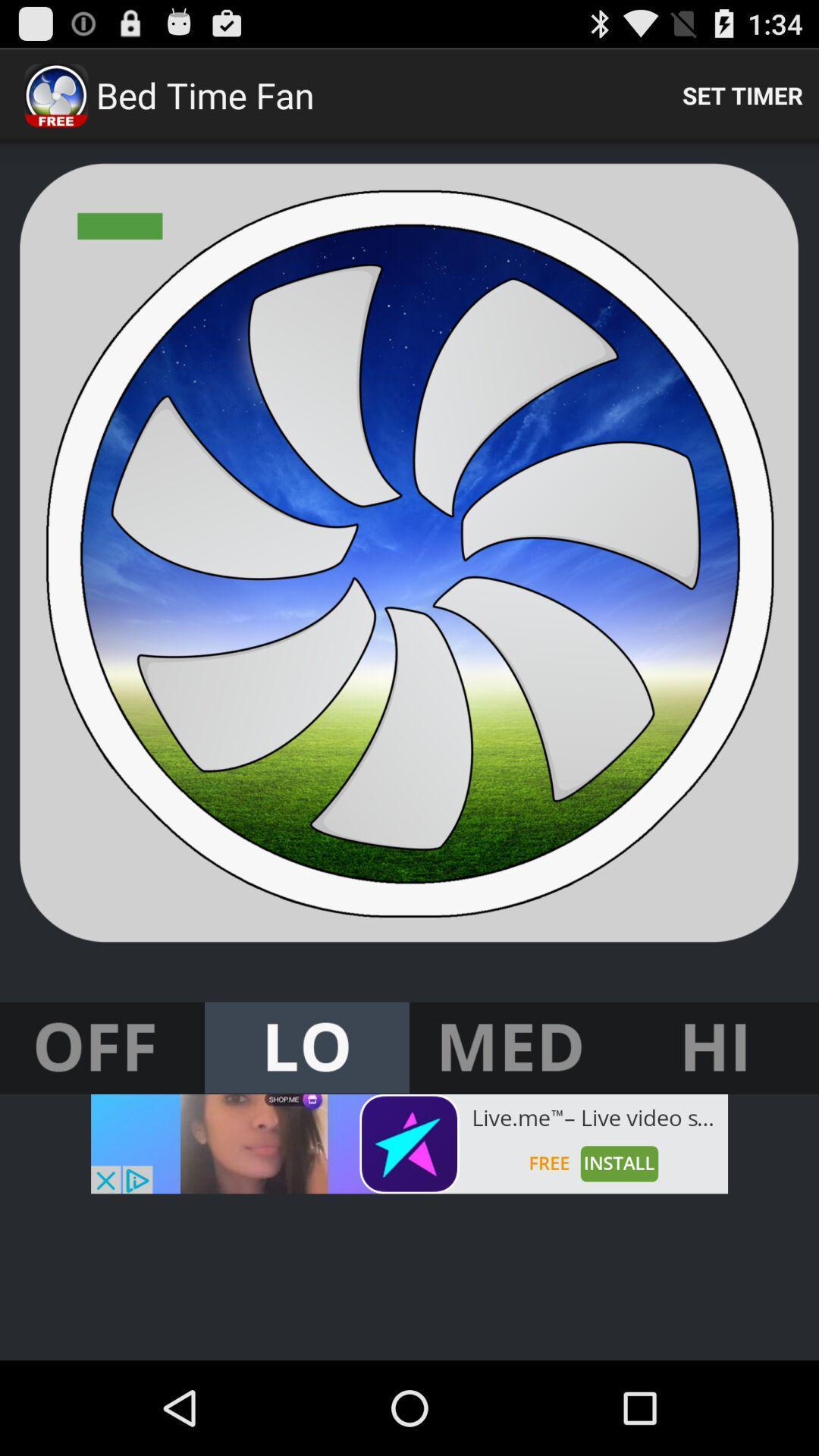 The height and width of the screenshot is (1456, 819). What do you see at coordinates (102, 1047) in the screenshot?
I see `turn off` at bounding box center [102, 1047].